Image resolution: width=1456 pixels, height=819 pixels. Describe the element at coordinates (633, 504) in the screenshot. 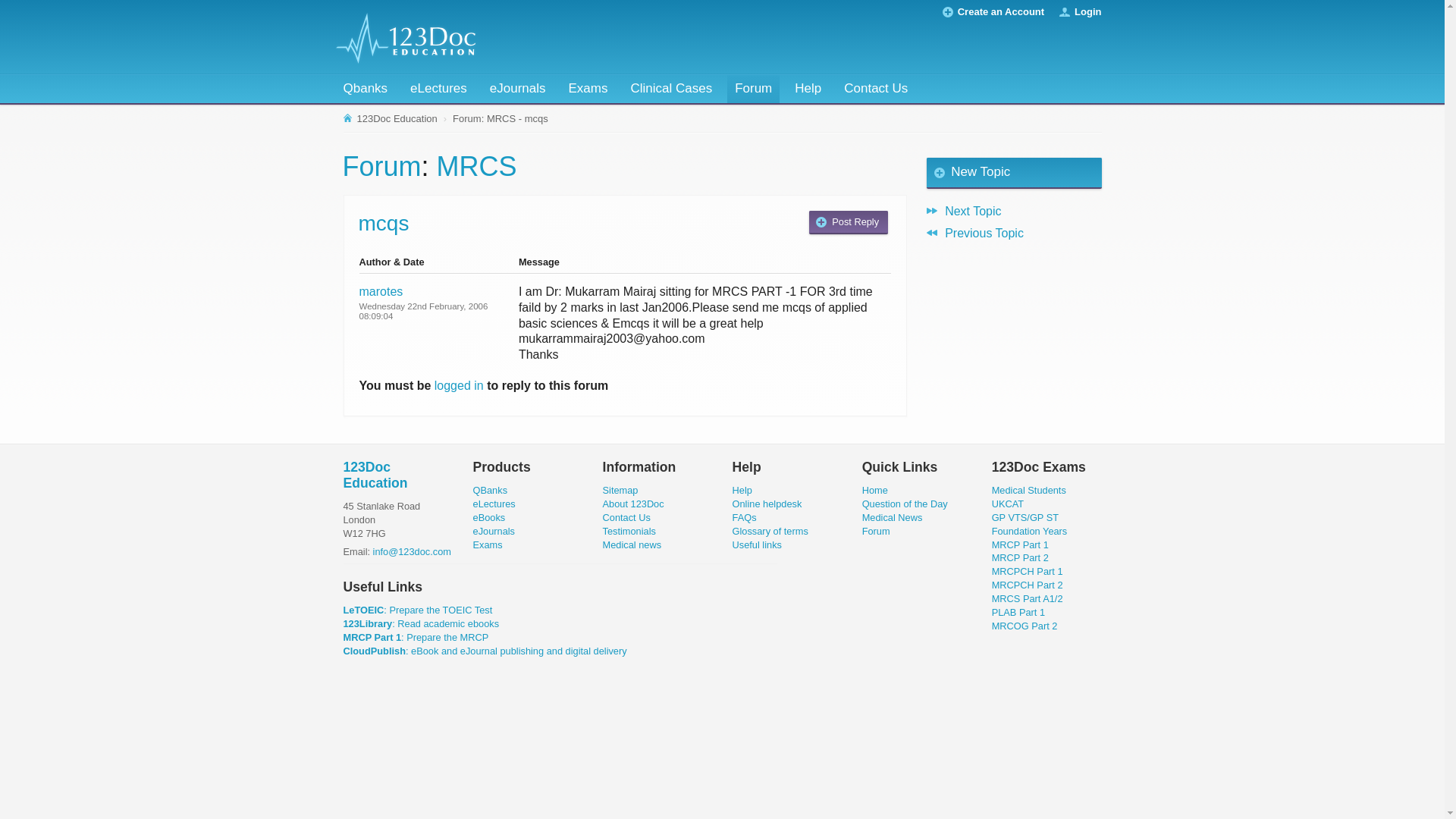

I see `'About 123Doc'` at that location.